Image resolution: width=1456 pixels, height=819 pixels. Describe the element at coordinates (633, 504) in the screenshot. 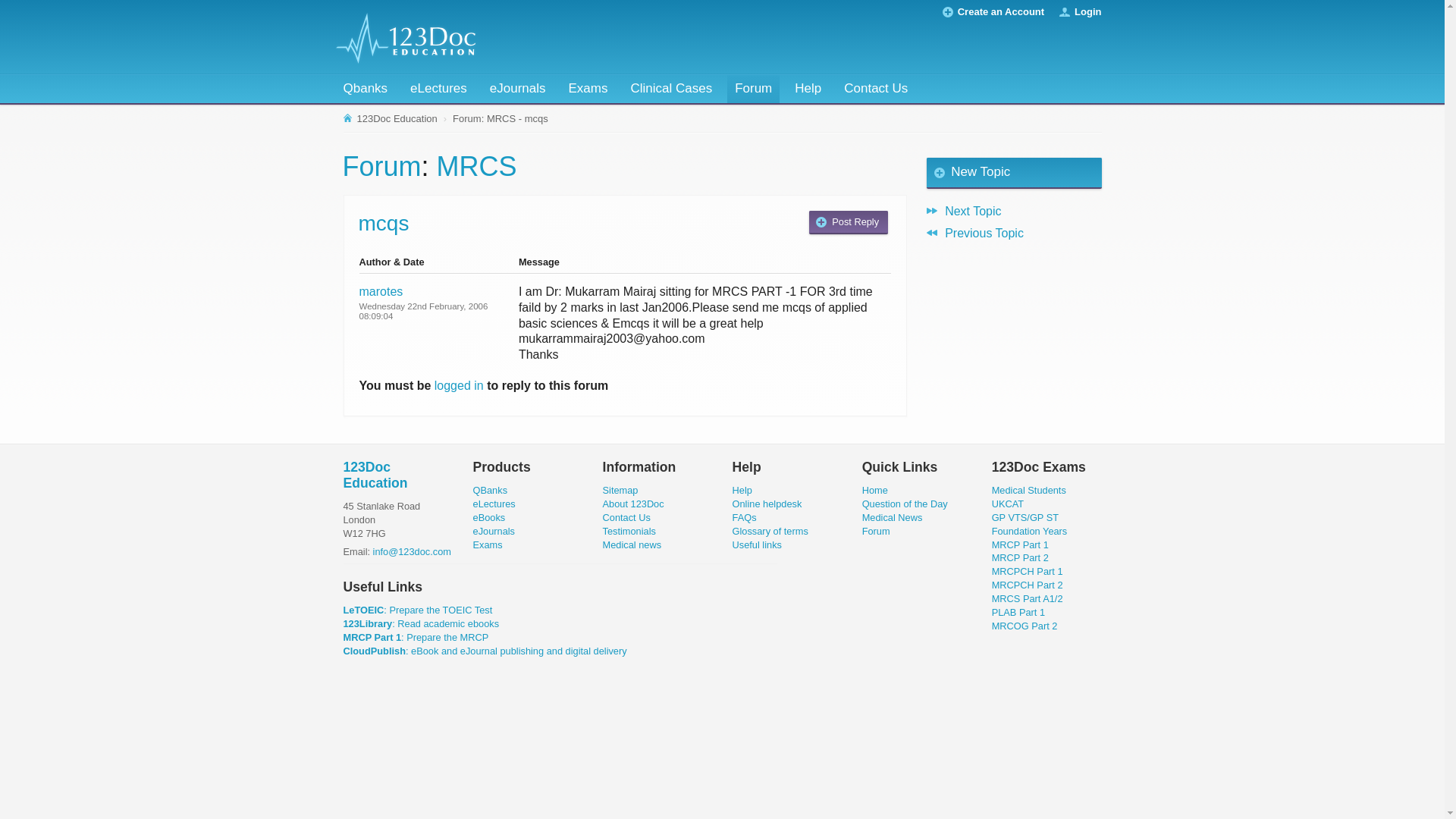

I see `'About 123Doc'` at that location.